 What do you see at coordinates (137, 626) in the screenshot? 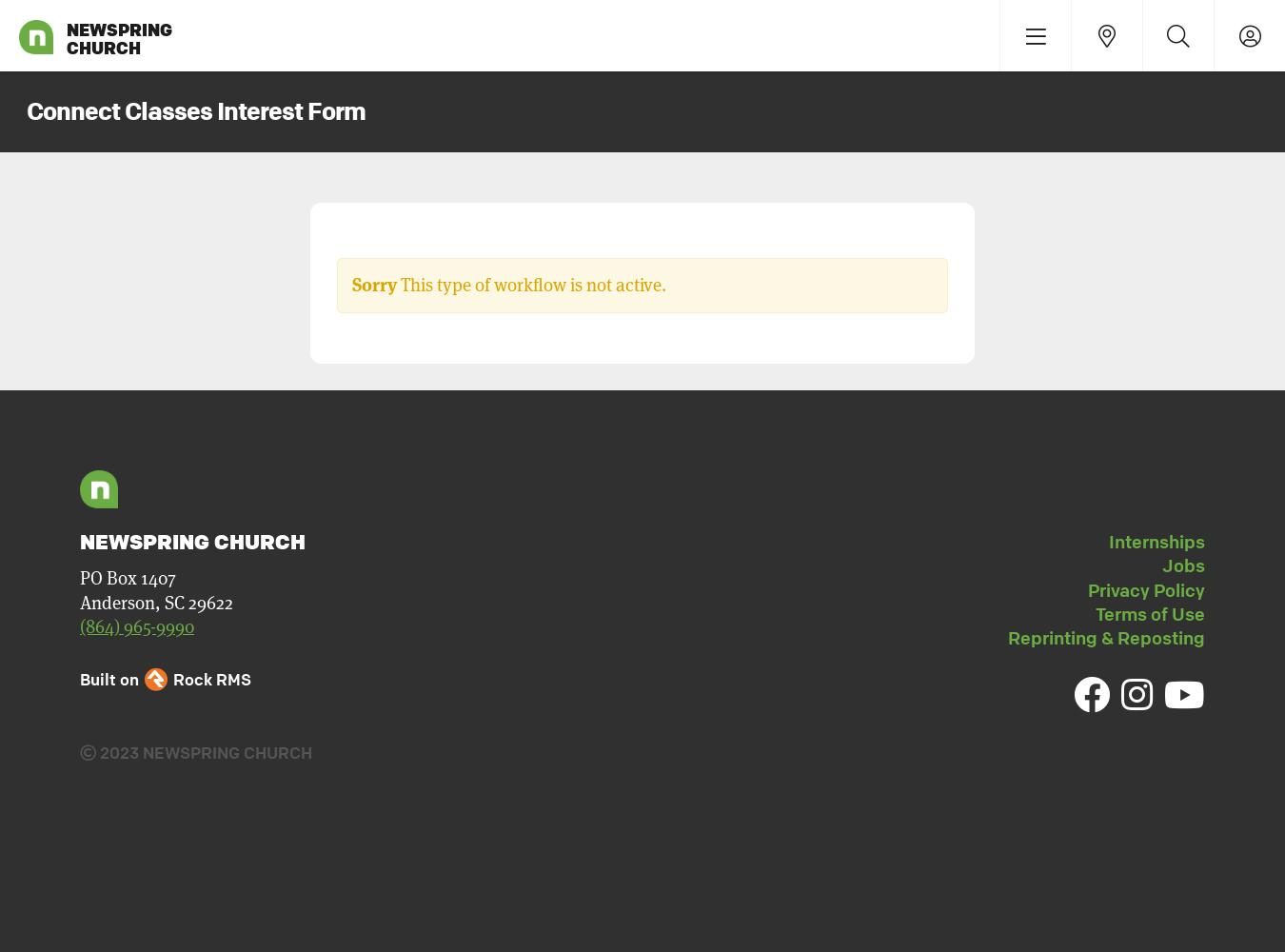
I see `'(864) 965-9990'` at bounding box center [137, 626].